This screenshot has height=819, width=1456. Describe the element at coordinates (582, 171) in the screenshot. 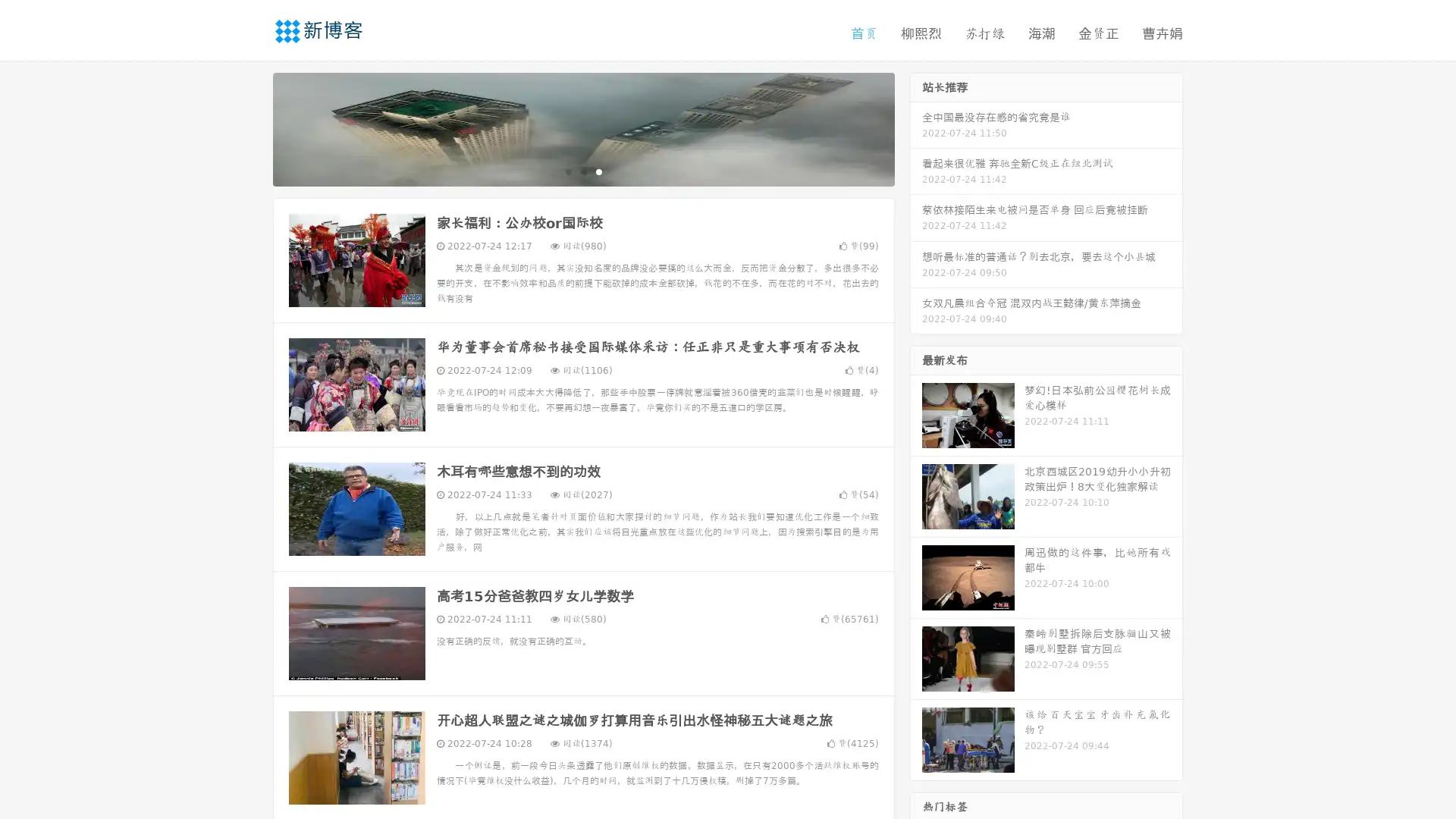

I see `Go to slide 2` at that location.